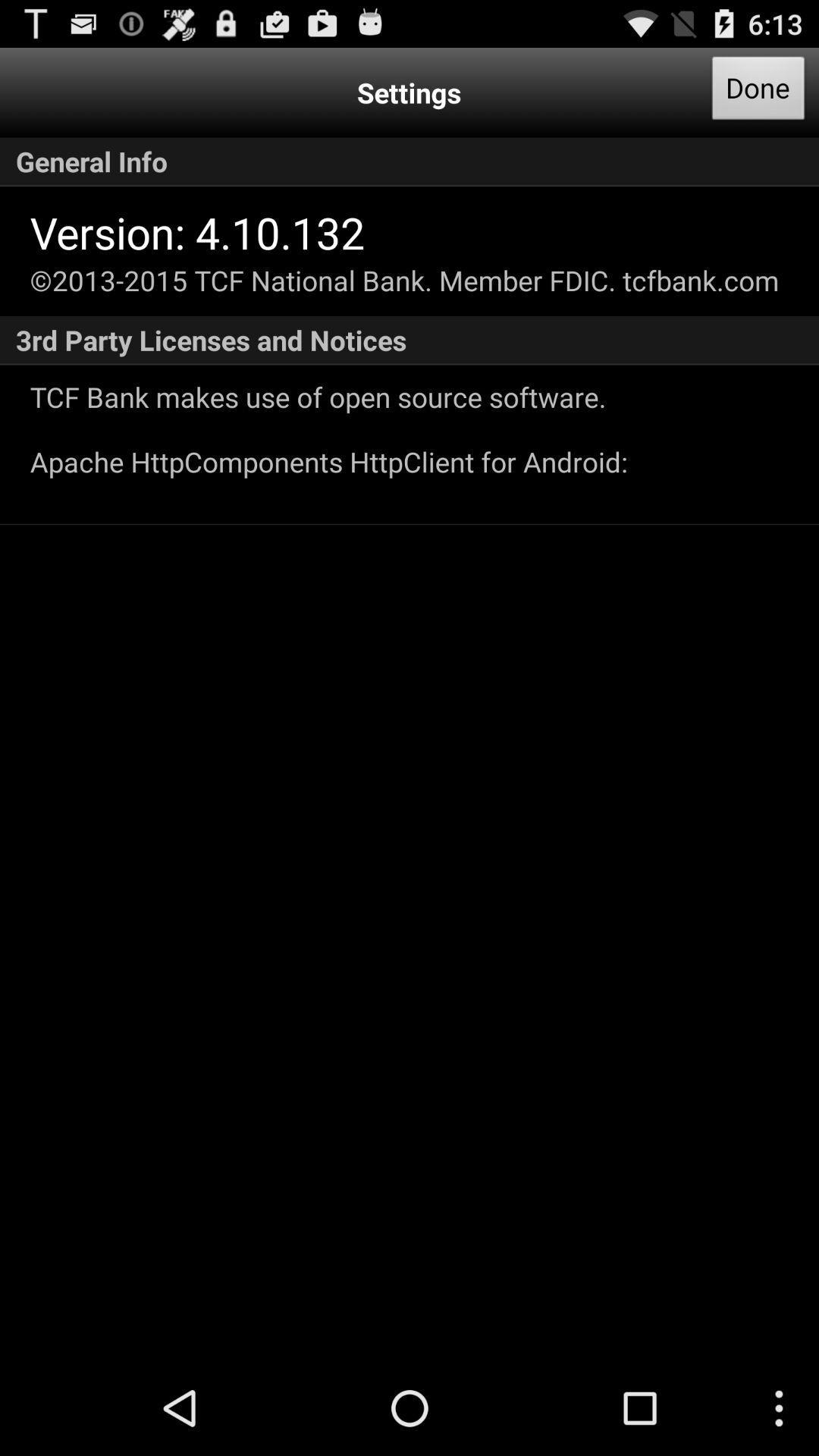 The width and height of the screenshot is (819, 1456). What do you see at coordinates (403, 280) in the screenshot?
I see `the icon below the version 4 10 app` at bounding box center [403, 280].